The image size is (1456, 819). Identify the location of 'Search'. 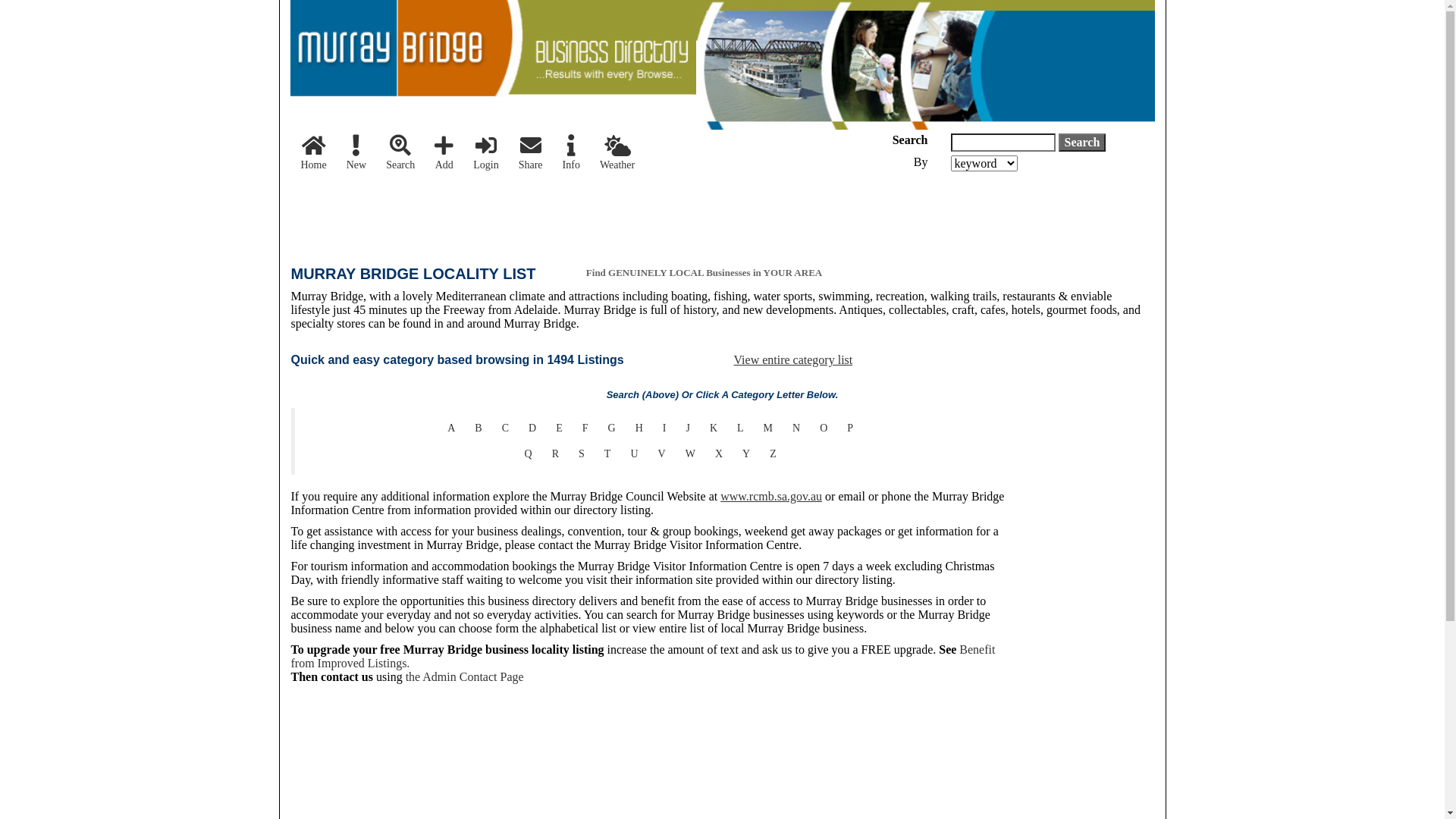
(400, 154).